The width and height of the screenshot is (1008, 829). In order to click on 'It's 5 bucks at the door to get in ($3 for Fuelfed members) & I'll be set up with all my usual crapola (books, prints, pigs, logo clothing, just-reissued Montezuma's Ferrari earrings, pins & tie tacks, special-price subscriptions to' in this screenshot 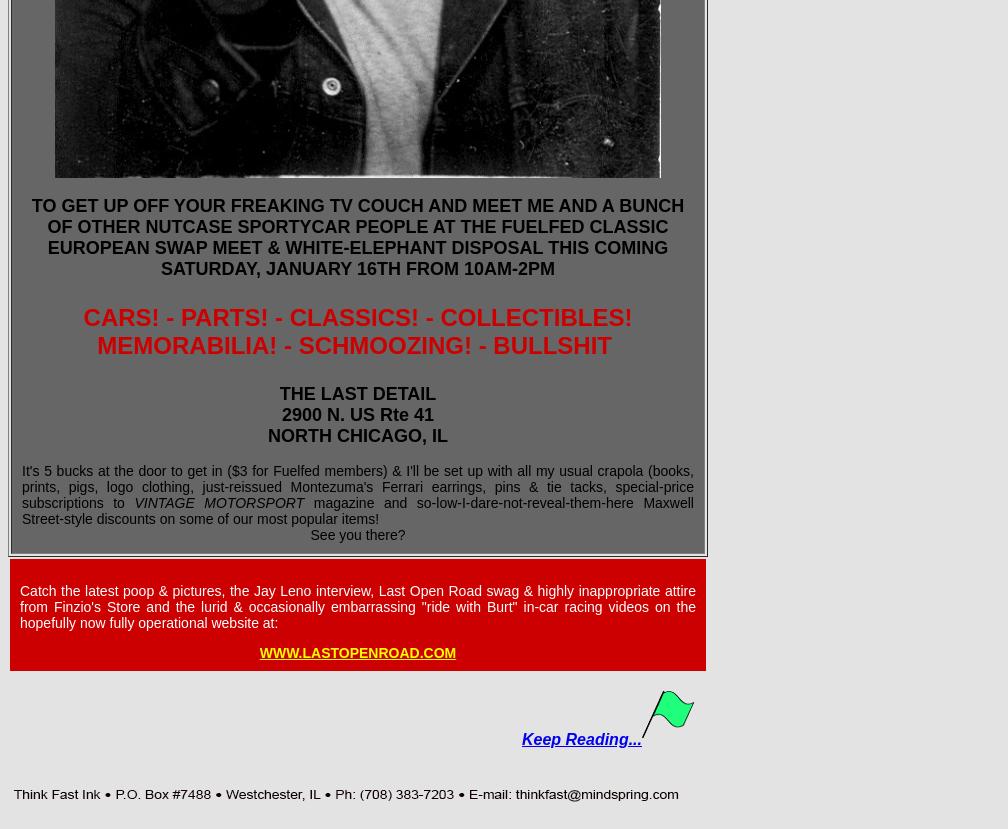, I will do `click(21, 487)`.